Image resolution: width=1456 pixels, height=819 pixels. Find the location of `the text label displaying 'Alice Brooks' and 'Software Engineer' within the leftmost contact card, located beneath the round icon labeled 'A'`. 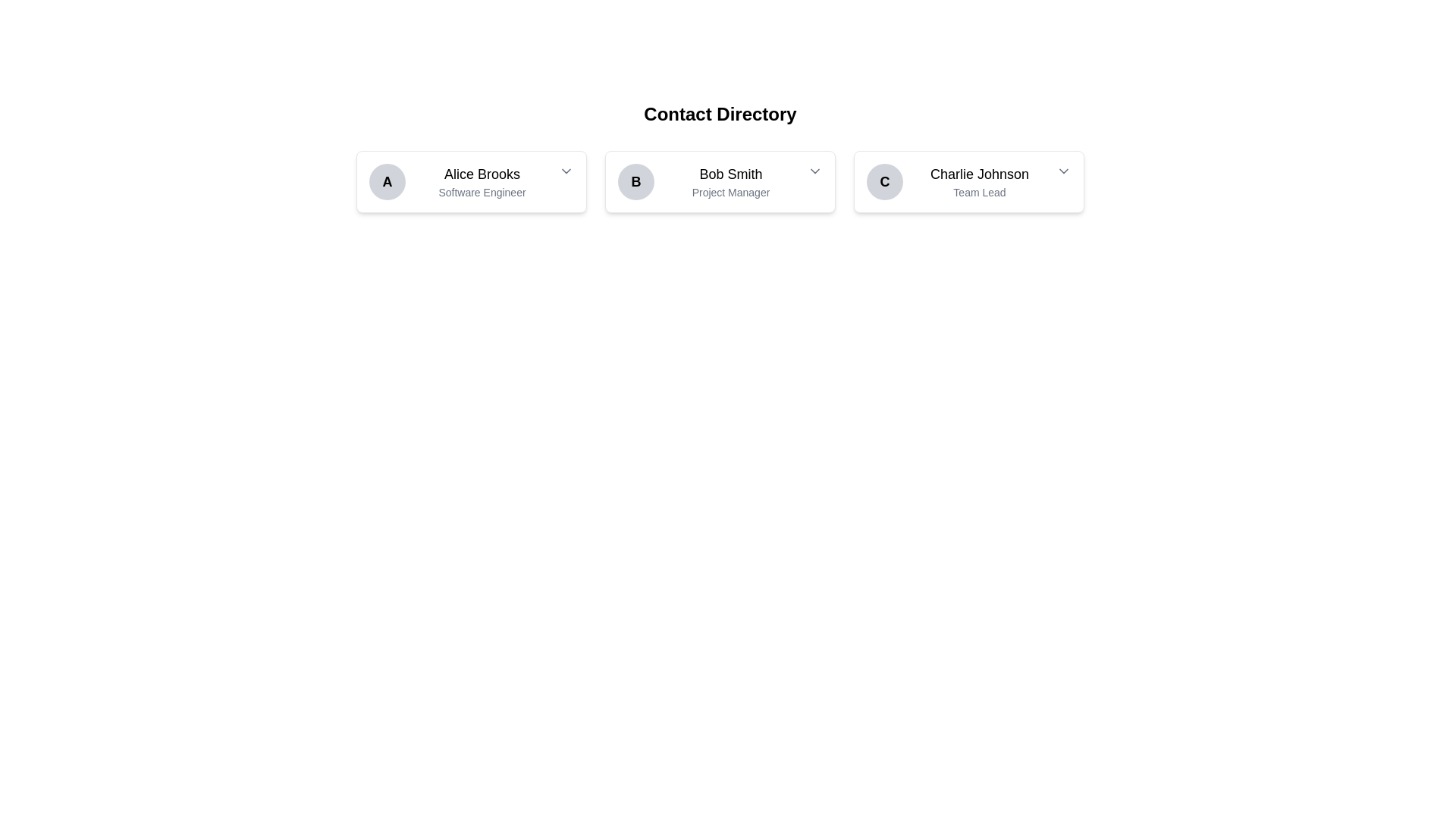

the text label displaying 'Alice Brooks' and 'Software Engineer' within the leftmost contact card, located beneath the round icon labeled 'A' is located at coordinates (481, 180).